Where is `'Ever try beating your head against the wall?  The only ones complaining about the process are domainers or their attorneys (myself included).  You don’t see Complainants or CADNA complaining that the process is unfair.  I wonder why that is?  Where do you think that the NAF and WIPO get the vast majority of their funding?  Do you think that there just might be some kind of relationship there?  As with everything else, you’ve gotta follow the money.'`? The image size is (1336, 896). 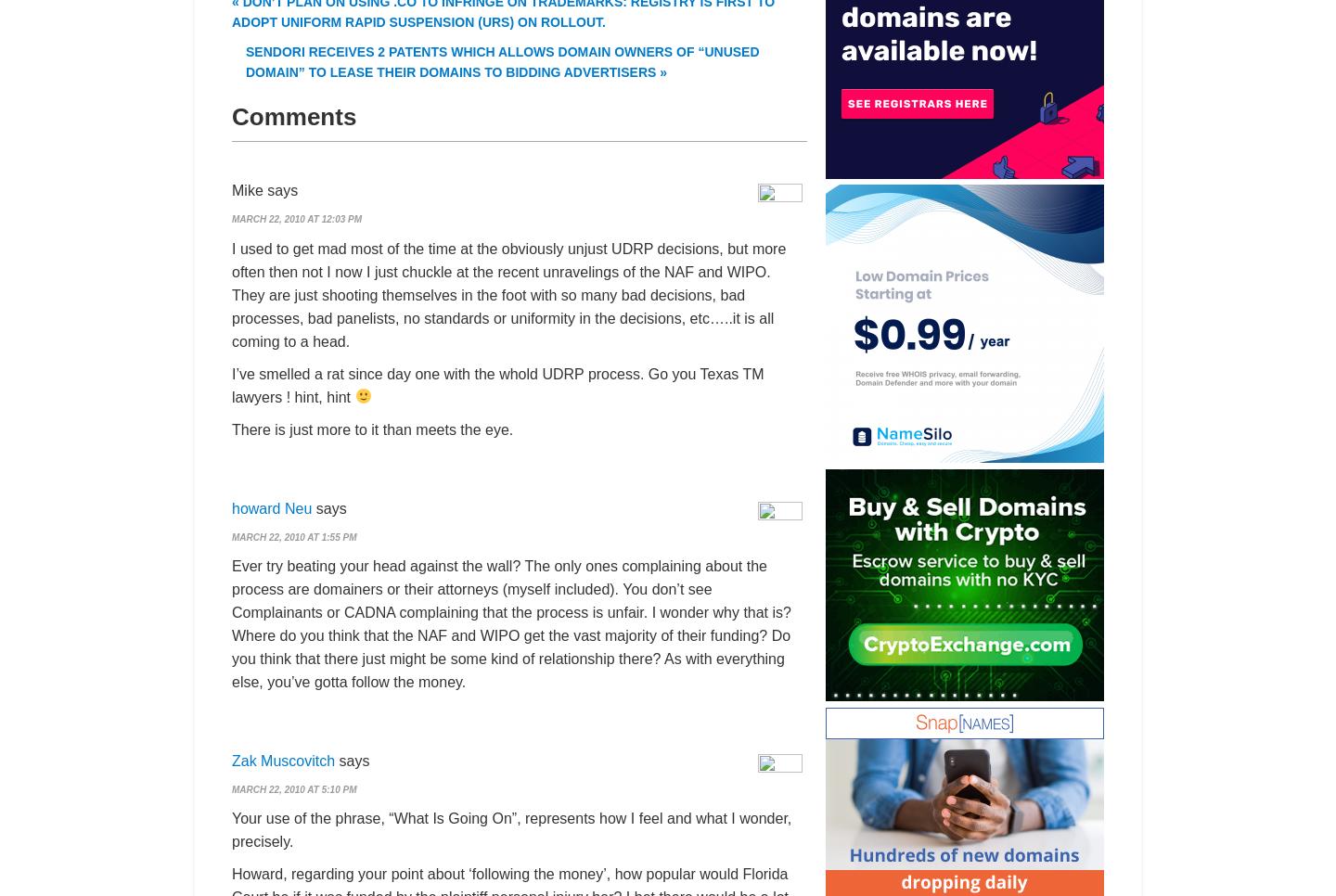 'Ever try beating your head against the wall?  The only ones complaining about the process are domainers or their attorneys (myself included).  You don’t see Complainants or CADNA complaining that the process is unfair.  I wonder why that is?  Where do you think that the NAF and WIPO get the vast majority of their funding?  Do you think that there just might be some kind of relationship there?  As with everything else, you’ve gotta follow the money.' is located at coordinates (510, 623).